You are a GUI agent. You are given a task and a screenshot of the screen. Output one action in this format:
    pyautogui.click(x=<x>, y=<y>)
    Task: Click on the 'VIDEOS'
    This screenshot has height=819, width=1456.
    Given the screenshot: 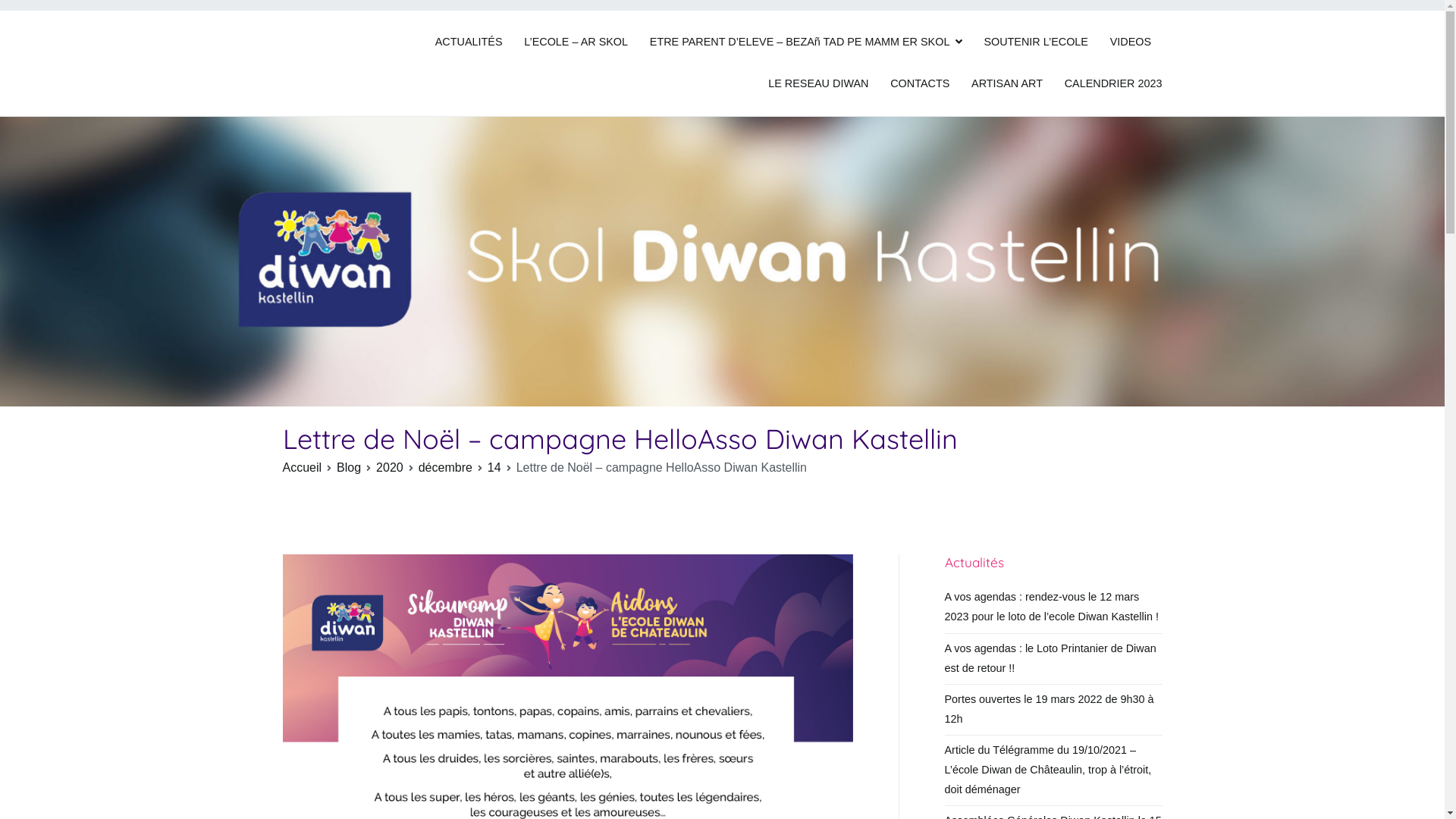 What is the action you would take?
    pyautogui.click(x=1110, y=42)
    